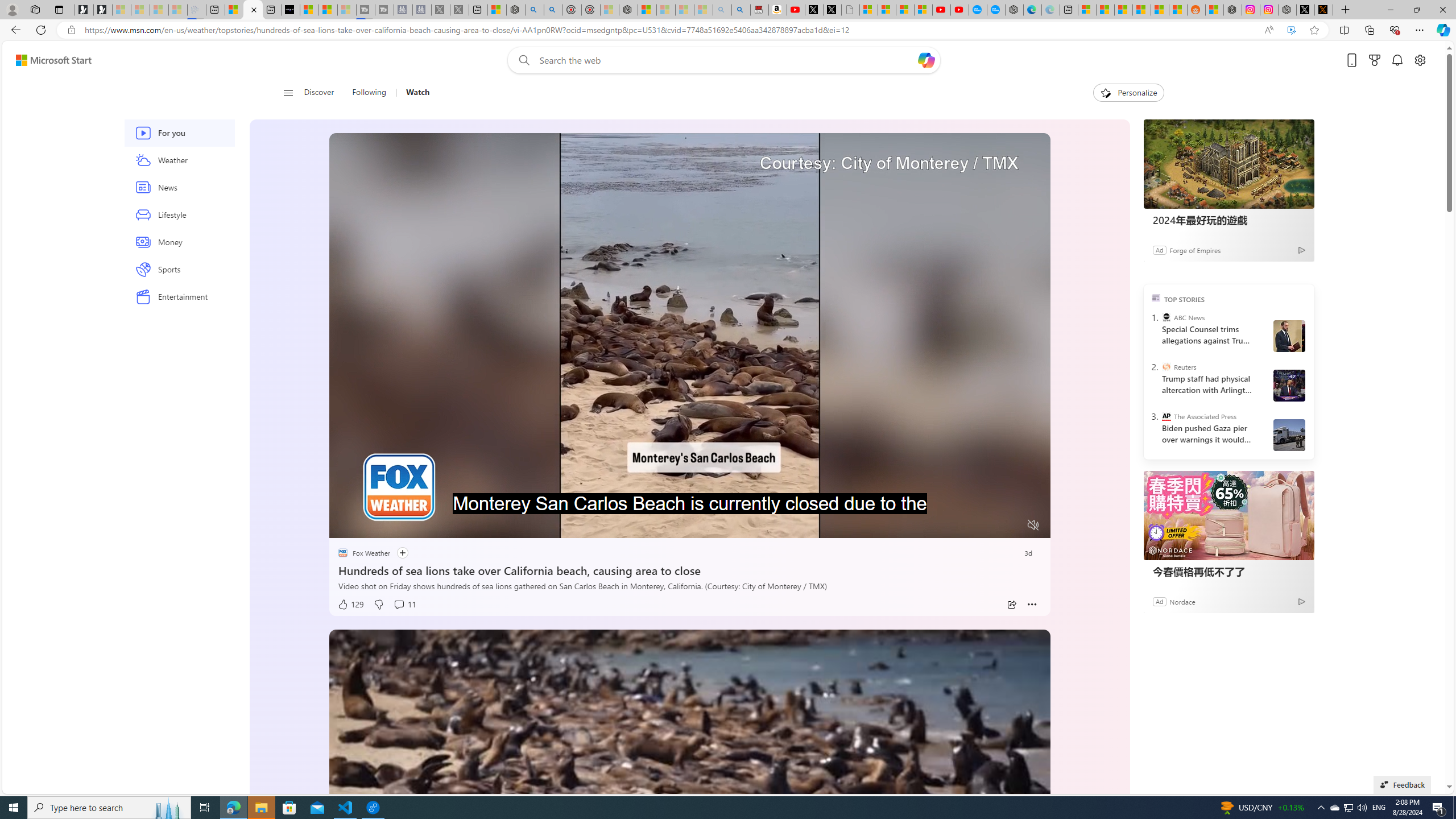  Describe the element at coordinates (965, 525) in the screenshot. I see `'Quality Settings'` at that location.